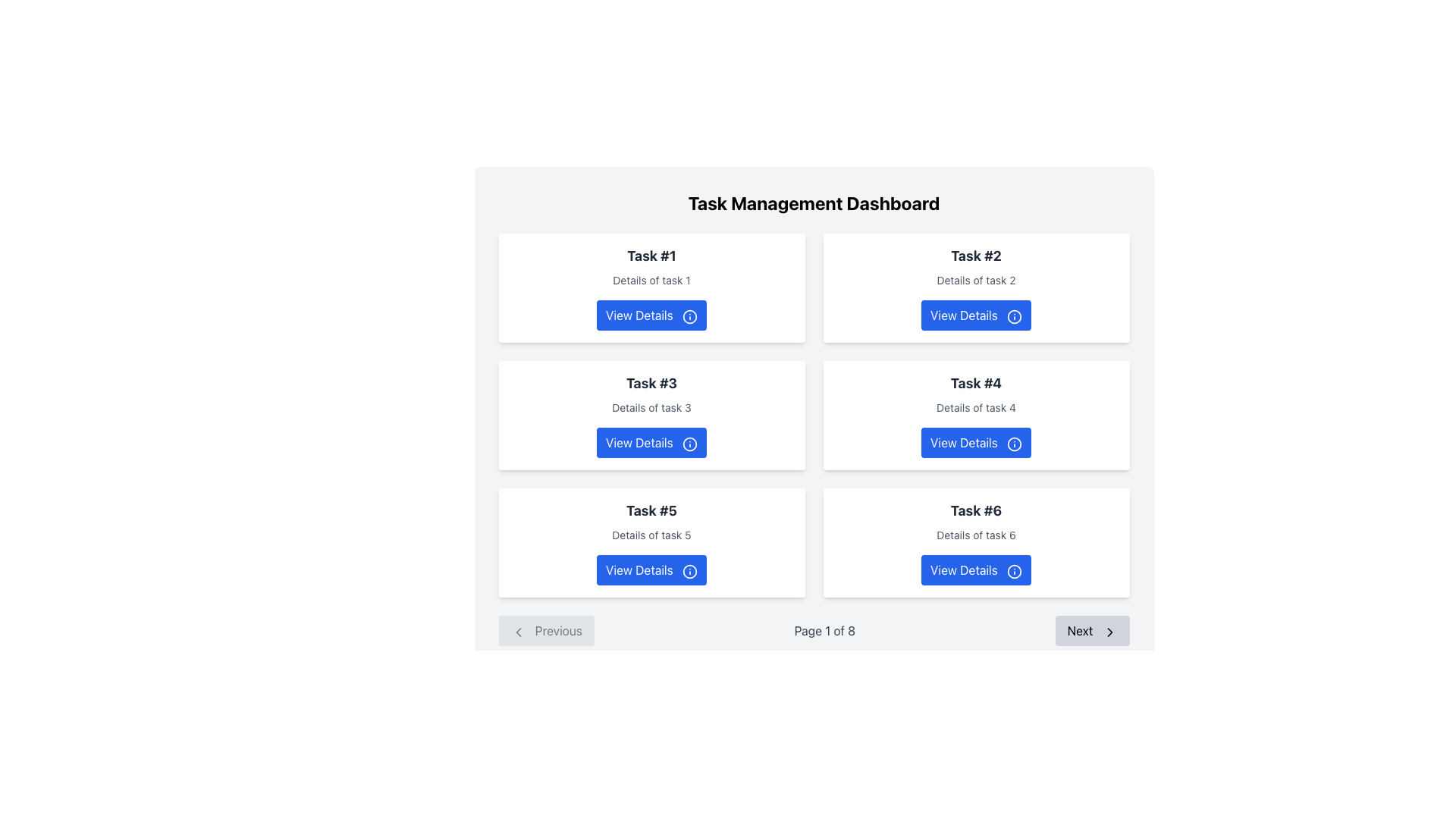  Describe the element at coordinates (651, 534) in the screenshot. I see `the text element styled in gray that reads 'Details of task 5', located below the 'Task #5' heading and above the 'View Details' button` at that location.